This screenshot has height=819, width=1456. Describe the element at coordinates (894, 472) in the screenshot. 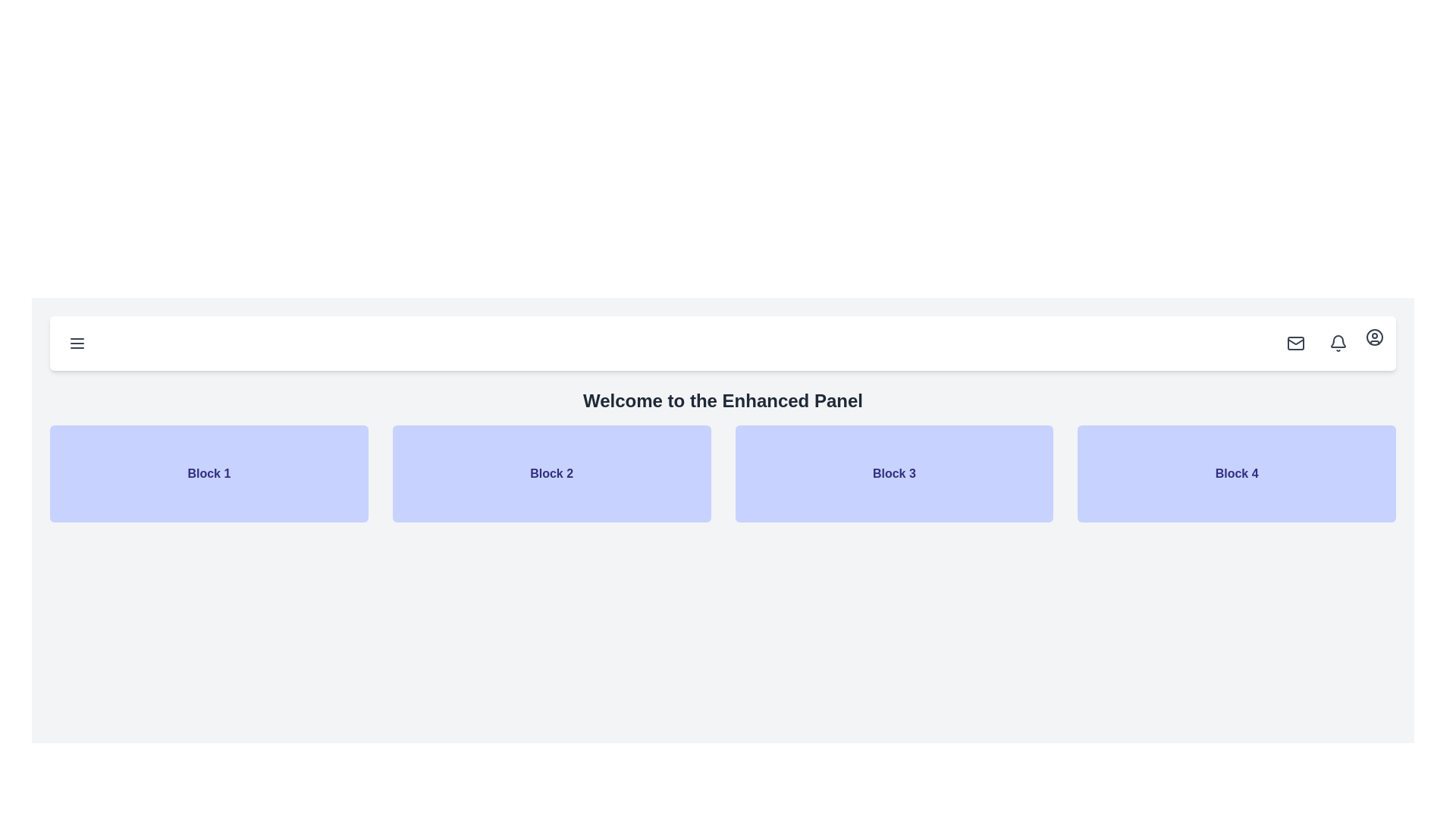

I see `text of the 'Block 3' label, which is a bold indigo text centrally located within a light indigo rounded rectangular block` at that location.